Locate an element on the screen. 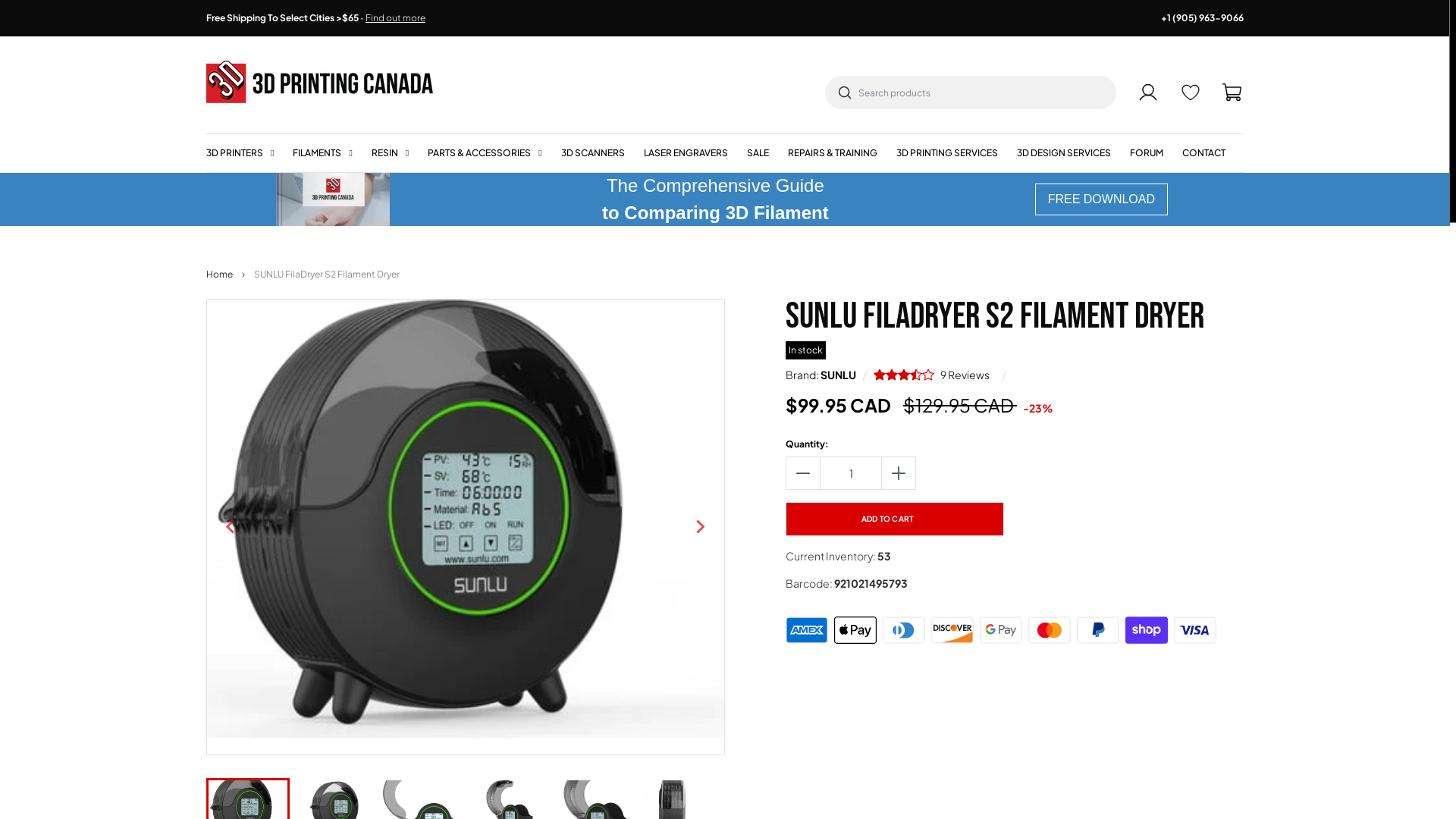  'ADD TO CART' is located at coordinates (895, 518).